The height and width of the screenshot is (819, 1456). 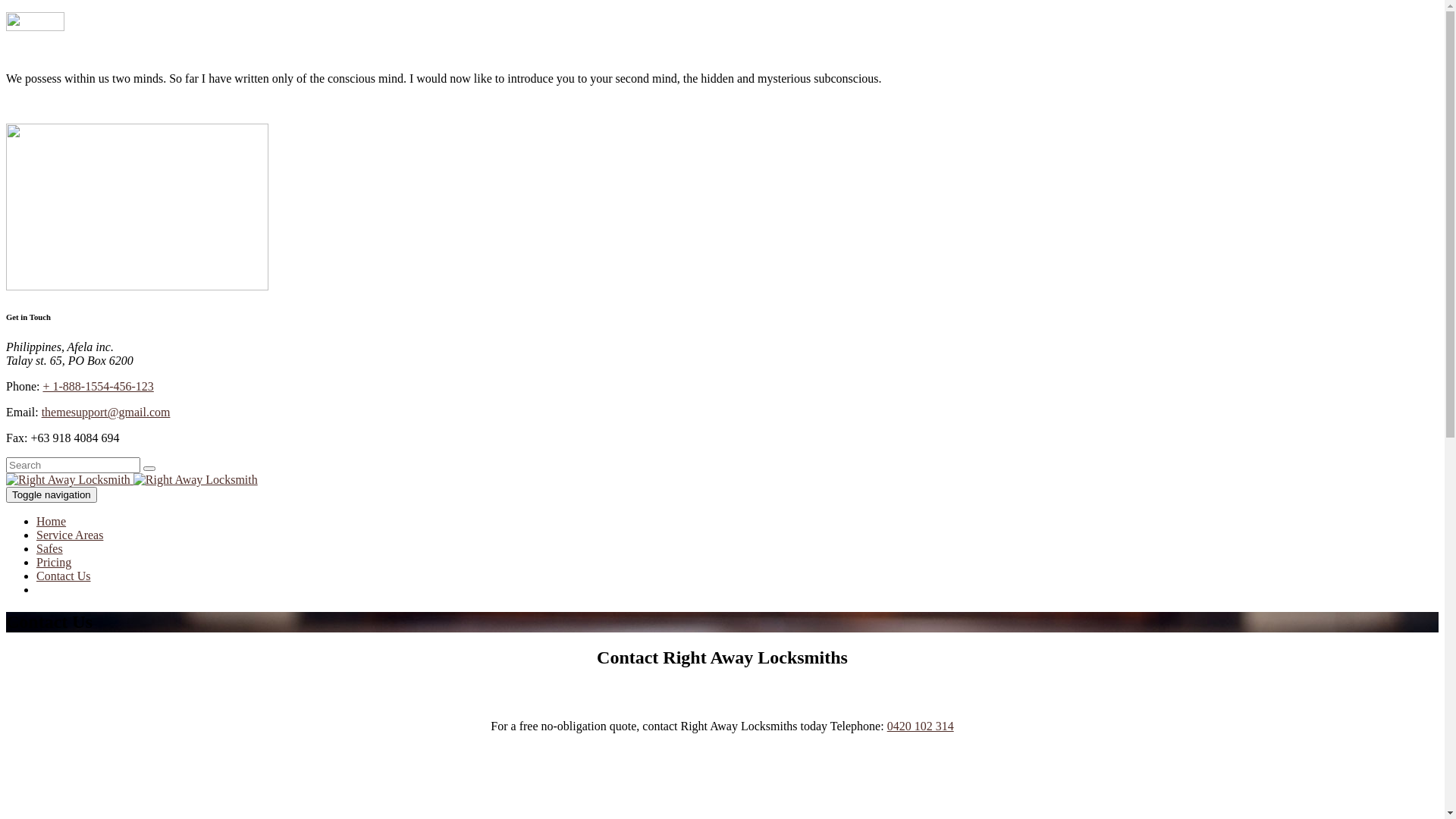 I want to click on '0420 102 314', so click(x=887, y=725).